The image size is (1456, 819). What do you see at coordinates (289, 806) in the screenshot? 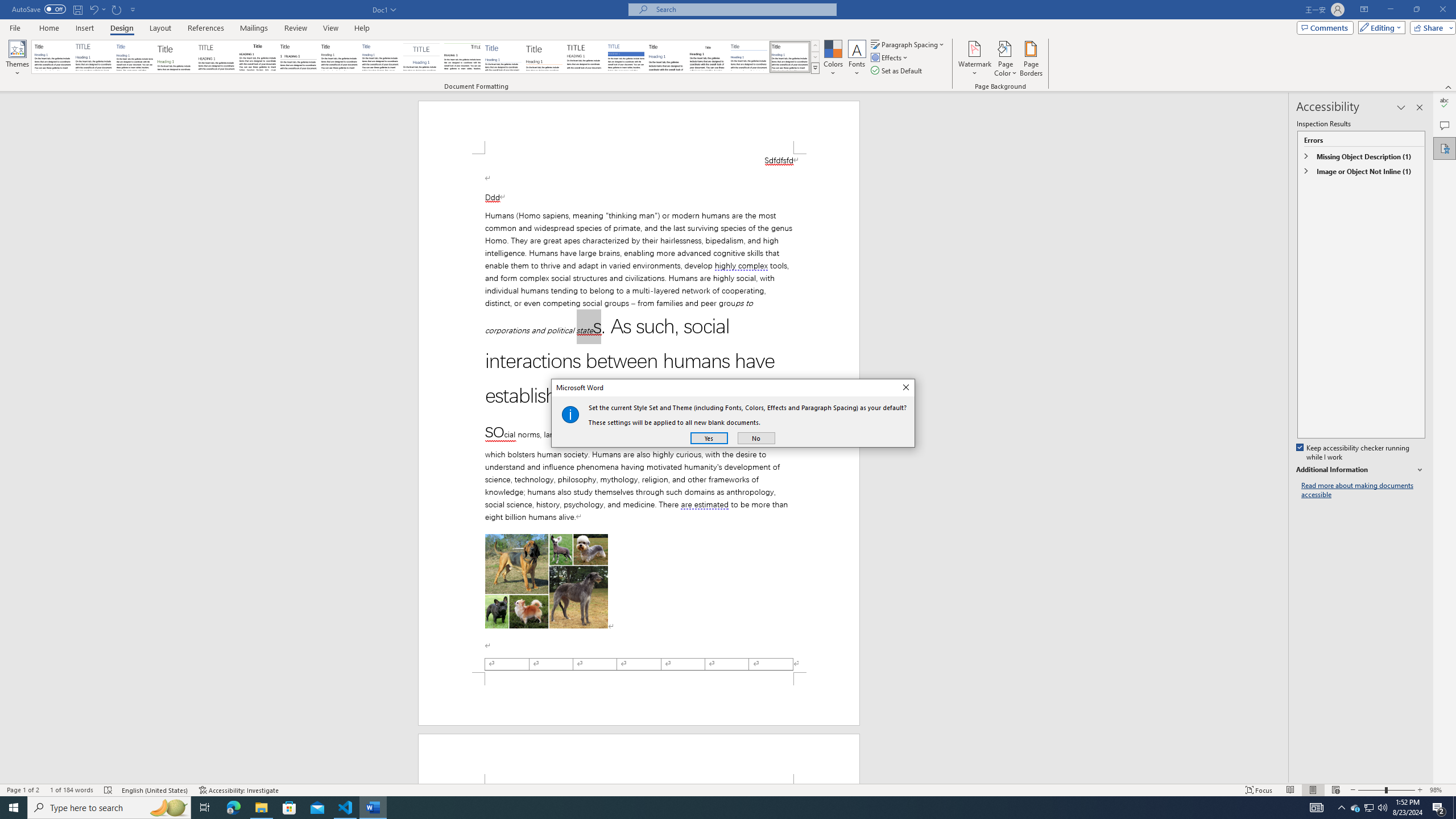
I see `'Microsoft Store'` at bounding box center [289, 806].